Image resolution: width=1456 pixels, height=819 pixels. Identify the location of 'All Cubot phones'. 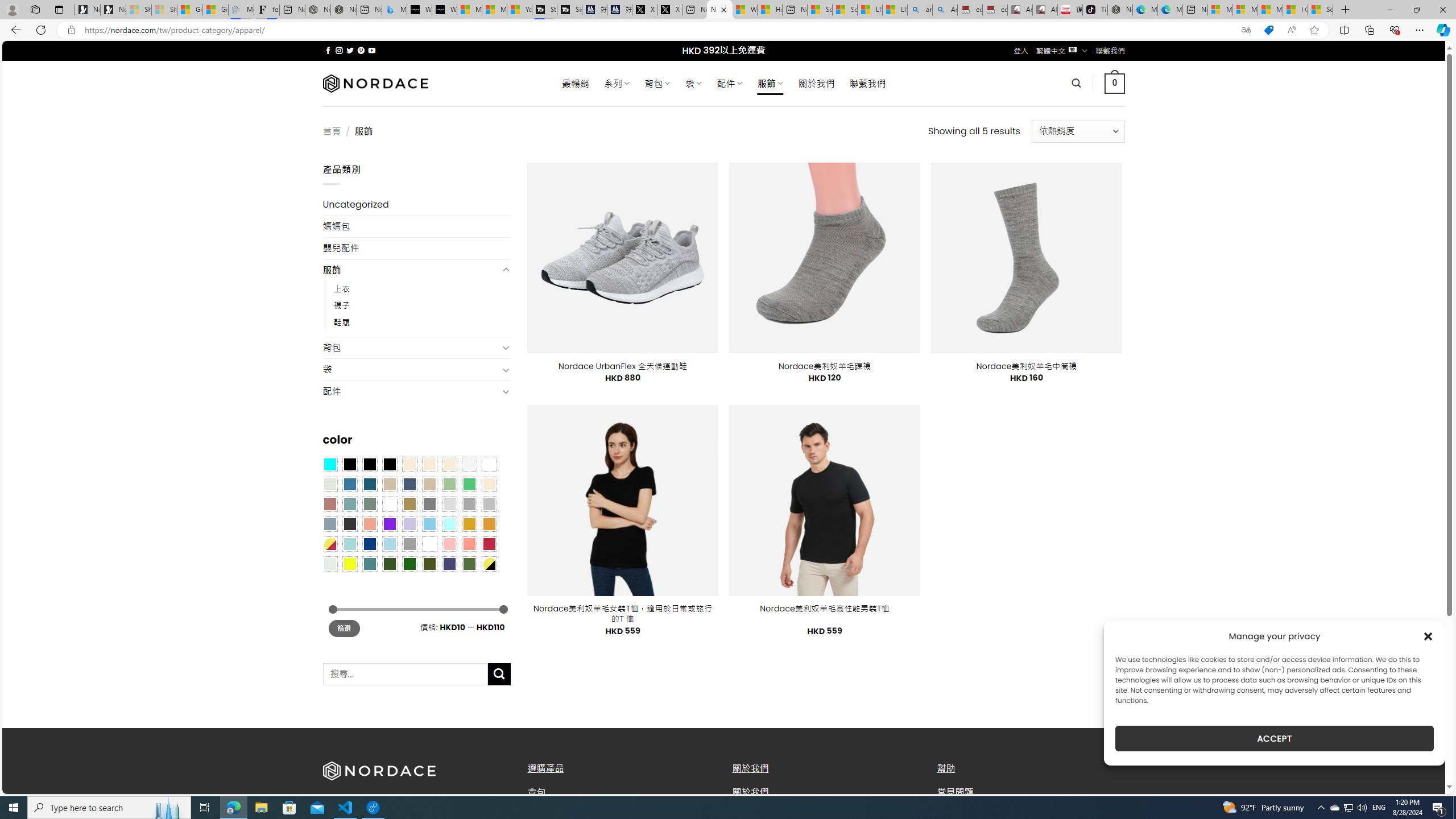
(1045, 9).